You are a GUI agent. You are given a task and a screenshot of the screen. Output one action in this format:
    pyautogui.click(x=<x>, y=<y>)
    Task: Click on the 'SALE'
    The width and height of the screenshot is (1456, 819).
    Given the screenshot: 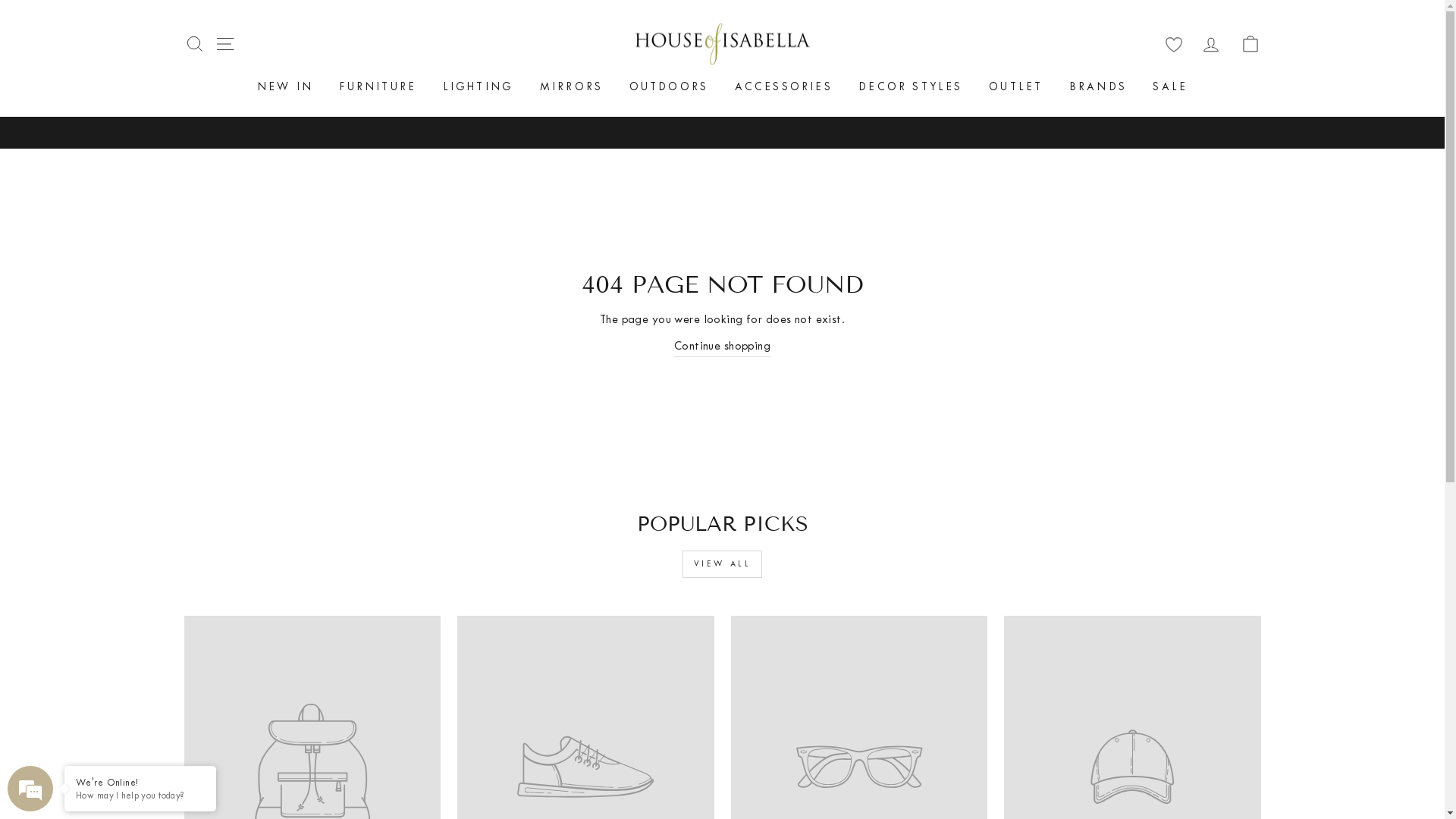 What is the action you would take?
    pyautogui.click(x=1169, y=86)
    